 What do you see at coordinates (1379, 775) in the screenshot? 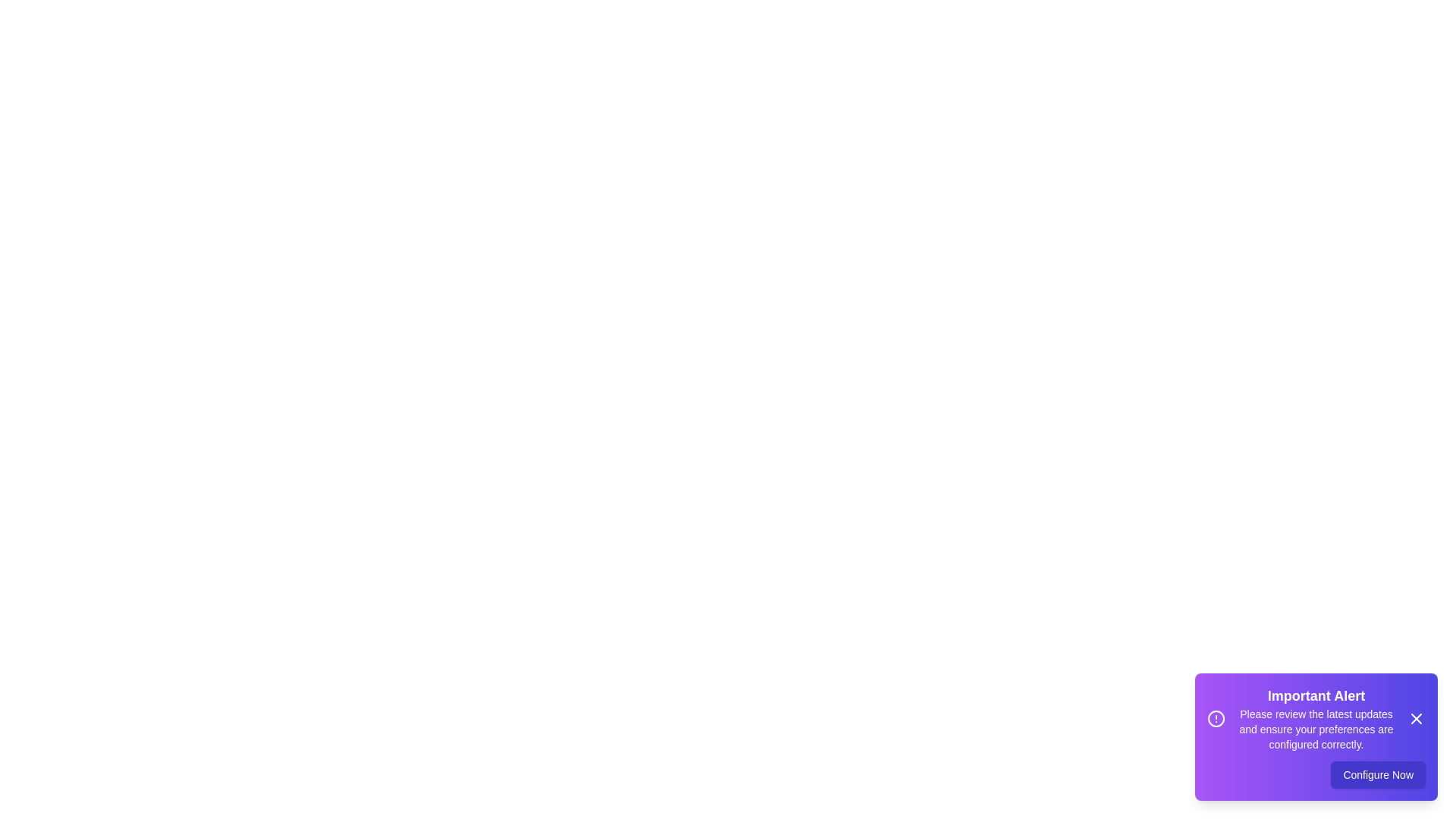
I see `the 'Configure Now' button to open the configuration options` at bounding box center [1379, 775].